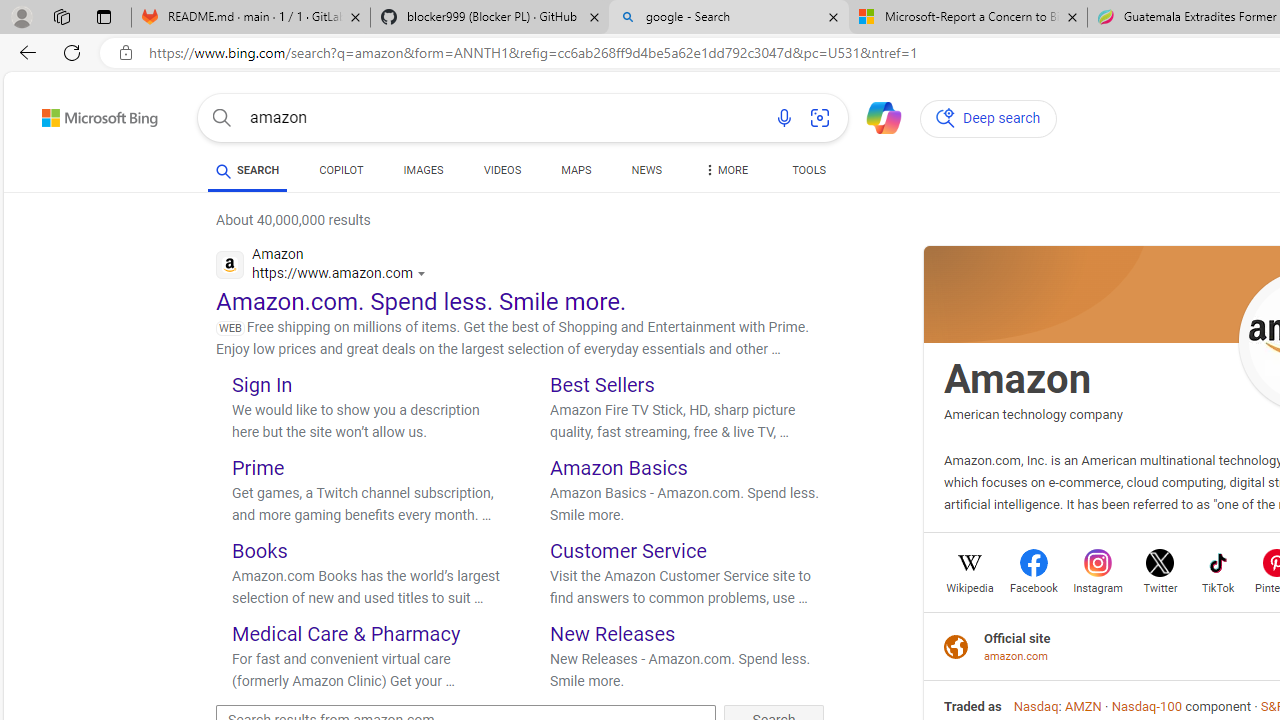 The height and width of the screenshot is (720, 1280). What do you see at coordinates (246, 170) in the screenshot?
I see `'SEARCH'` at bounding box center [246, 170].